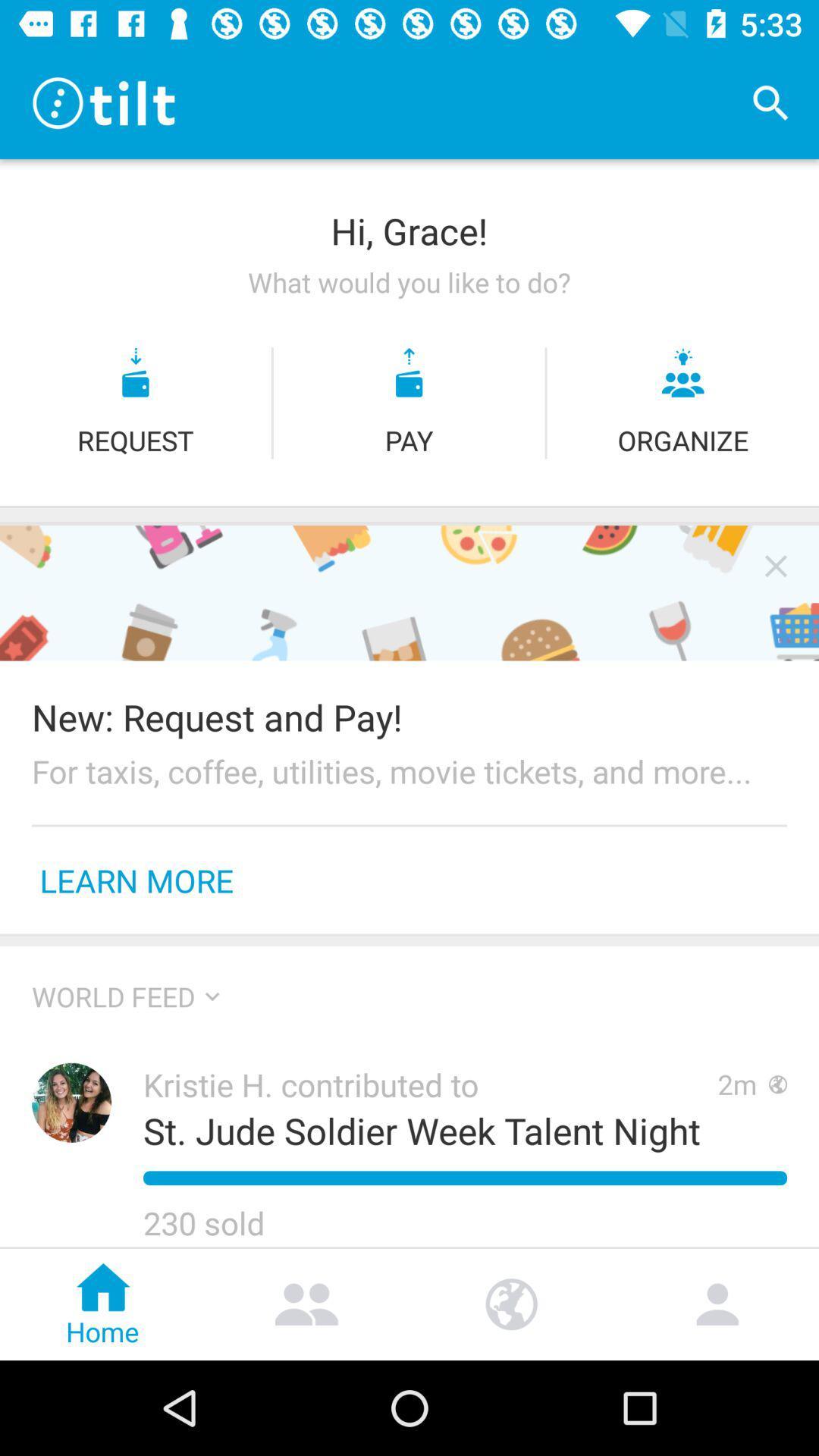  Describe the element at coordinates (409, 771) in the screenshot. I see `the item below the new request and item` at that location.